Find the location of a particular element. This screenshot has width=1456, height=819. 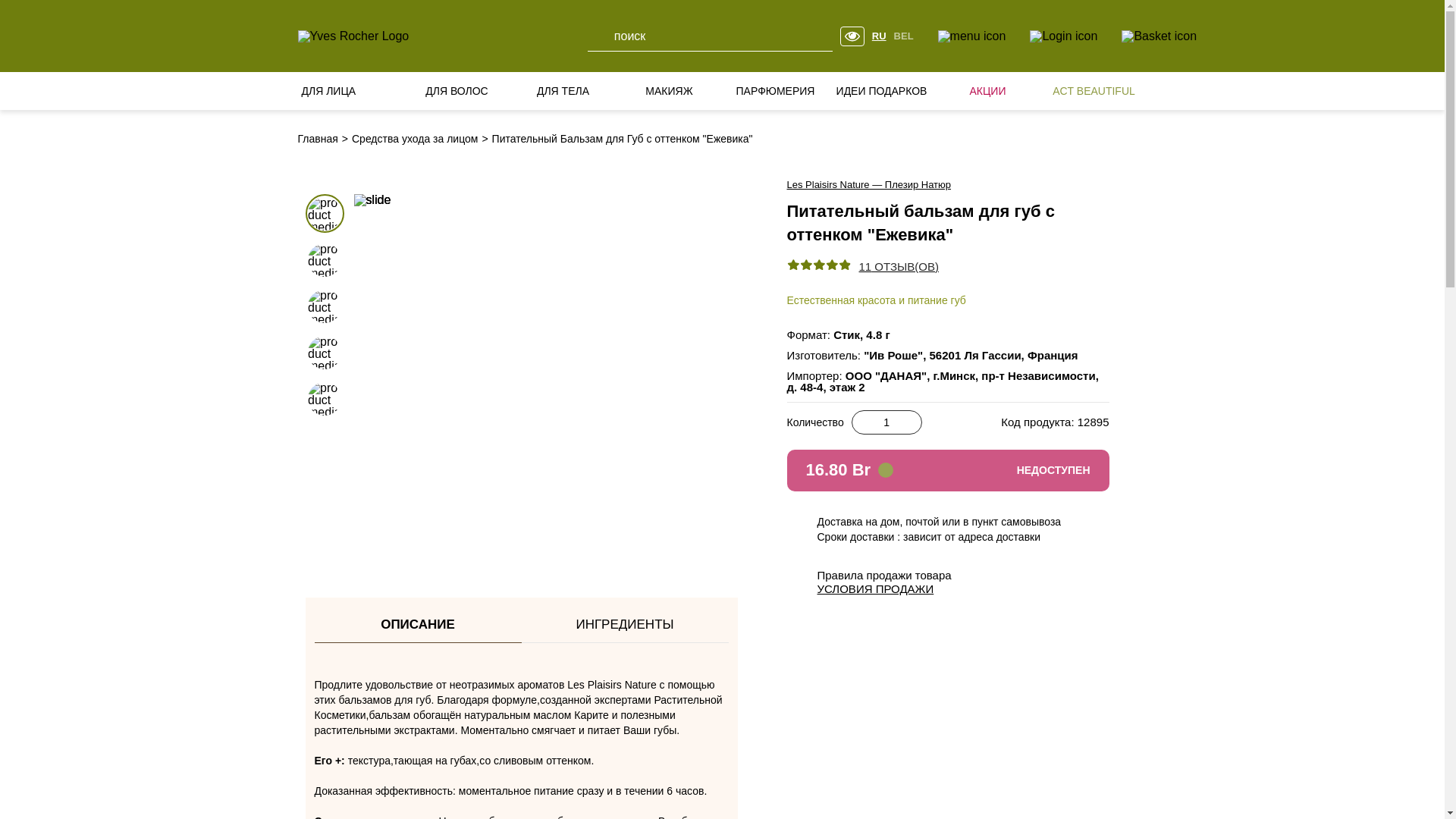

'ACT BEAUTIFUL' is located at coordinates (1047, 90).